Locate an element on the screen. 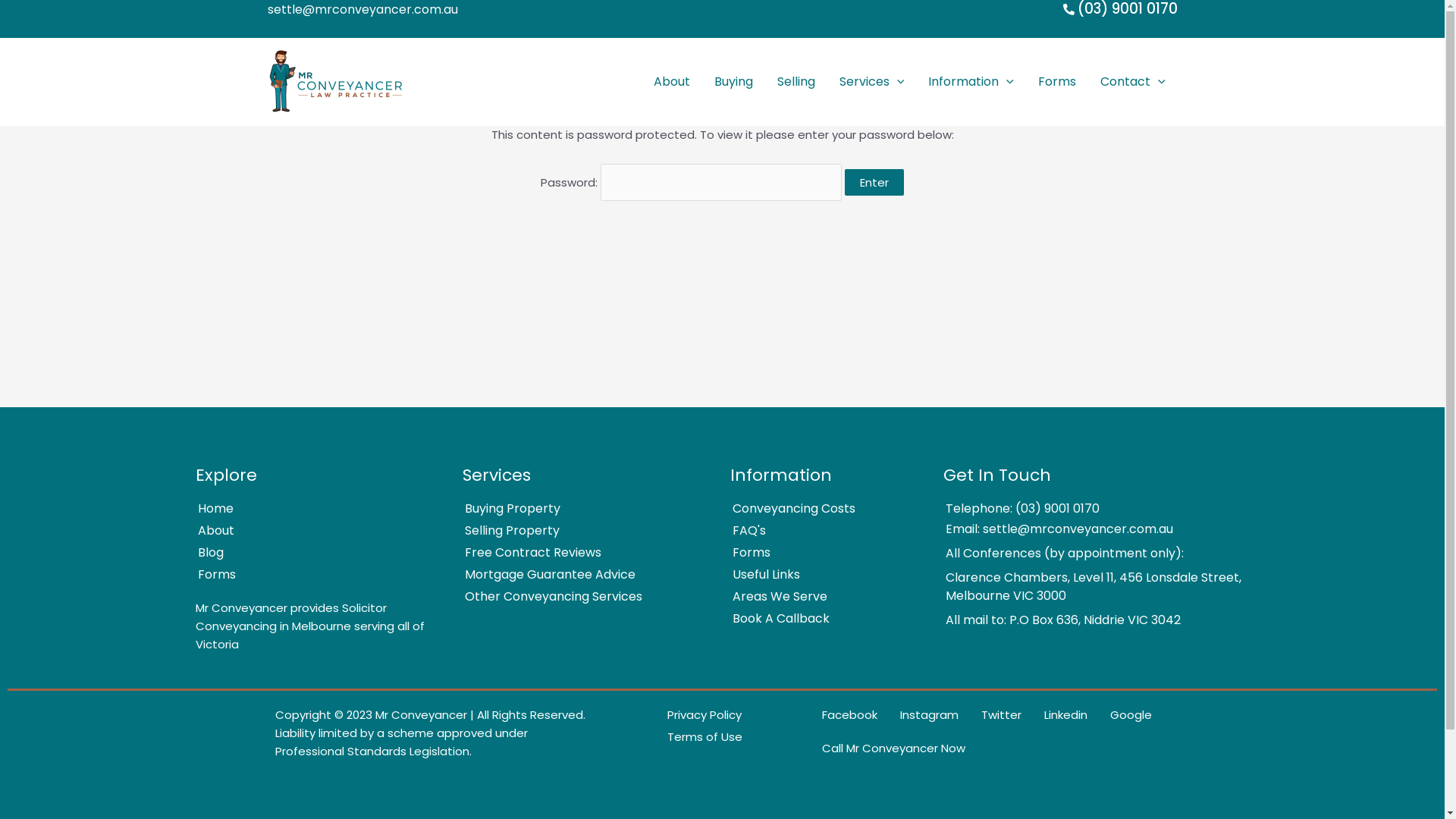  'Forms' is located at coordinates (312, 575).